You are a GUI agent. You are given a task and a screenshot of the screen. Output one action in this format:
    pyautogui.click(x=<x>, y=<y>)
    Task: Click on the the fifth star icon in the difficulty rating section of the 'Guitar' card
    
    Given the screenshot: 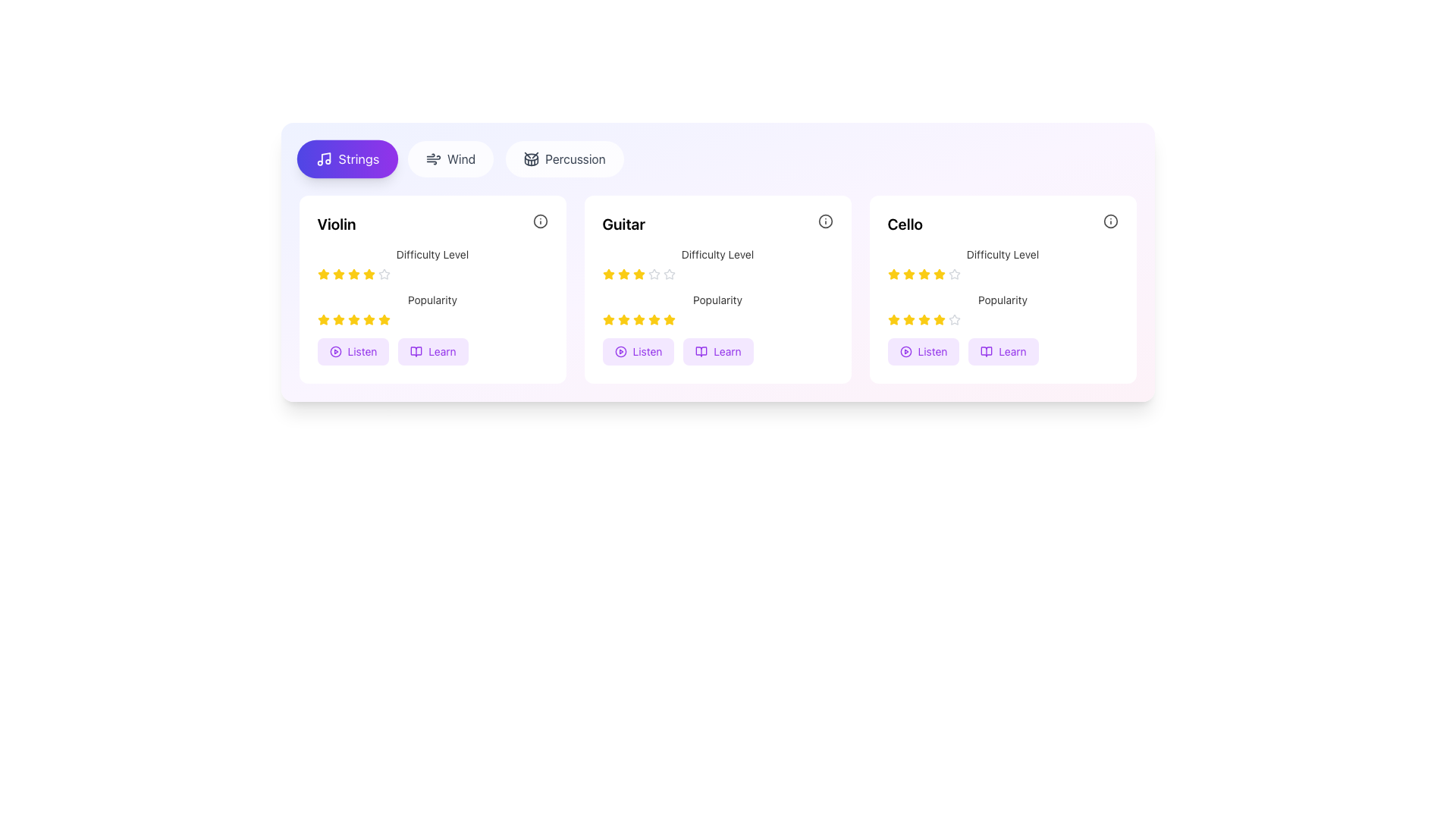 What is the action you would take?
    pyautogui.click(x=654, y=274)
    